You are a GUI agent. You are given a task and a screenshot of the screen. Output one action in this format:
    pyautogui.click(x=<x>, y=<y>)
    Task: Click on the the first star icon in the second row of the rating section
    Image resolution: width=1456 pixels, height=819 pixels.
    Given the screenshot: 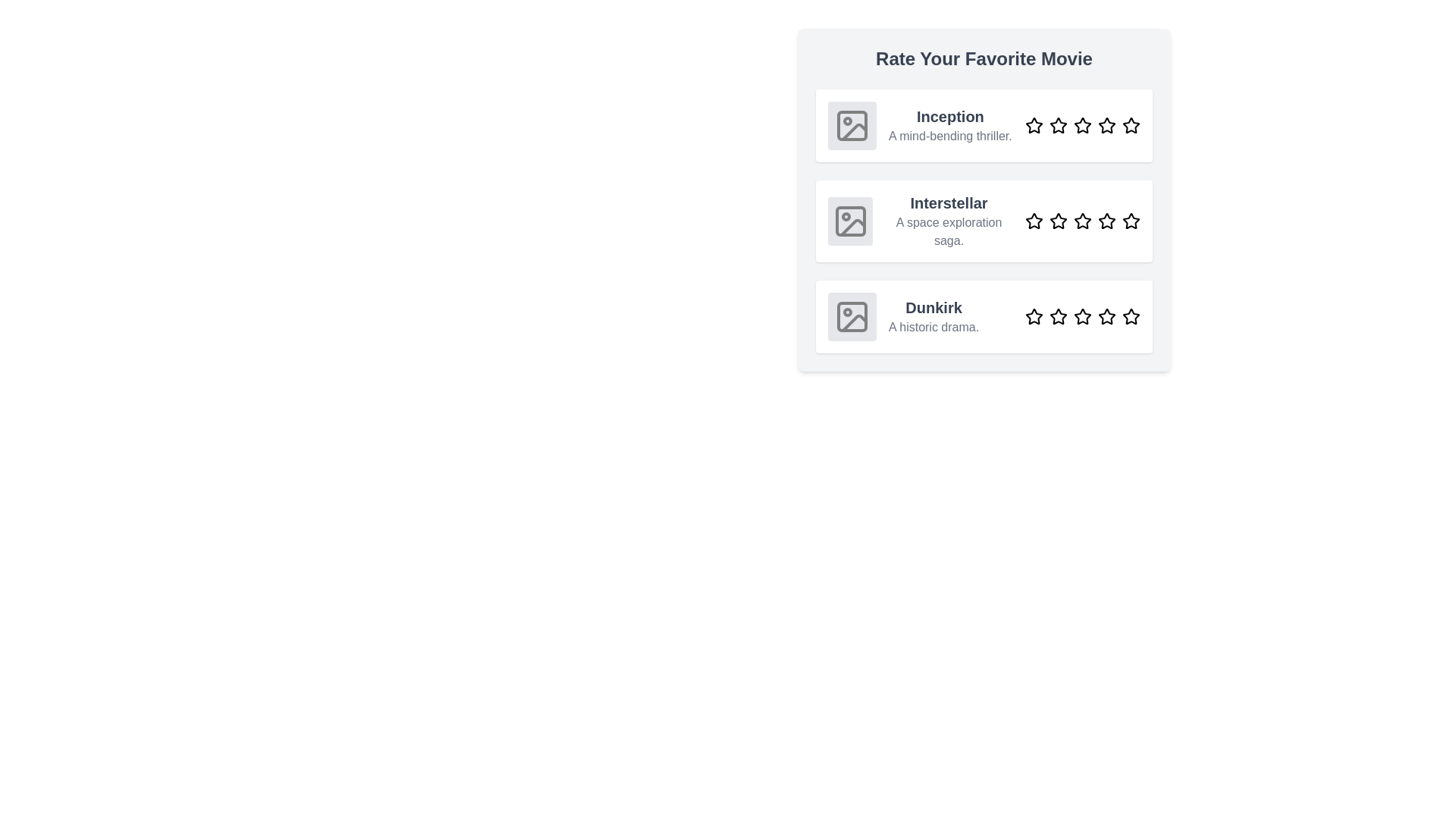 What is the action you would take?
    pyautogui.click(x=1033, y=221)
    